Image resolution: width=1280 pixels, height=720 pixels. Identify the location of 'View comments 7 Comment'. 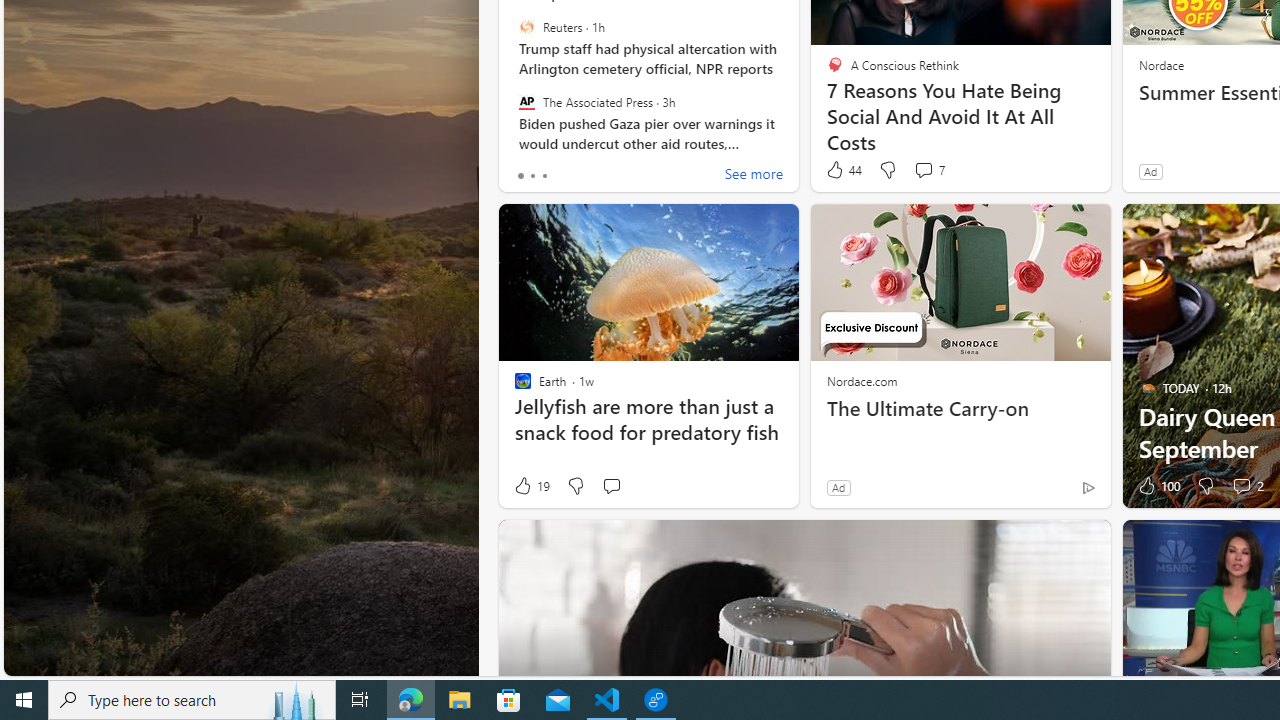
(922, 168).